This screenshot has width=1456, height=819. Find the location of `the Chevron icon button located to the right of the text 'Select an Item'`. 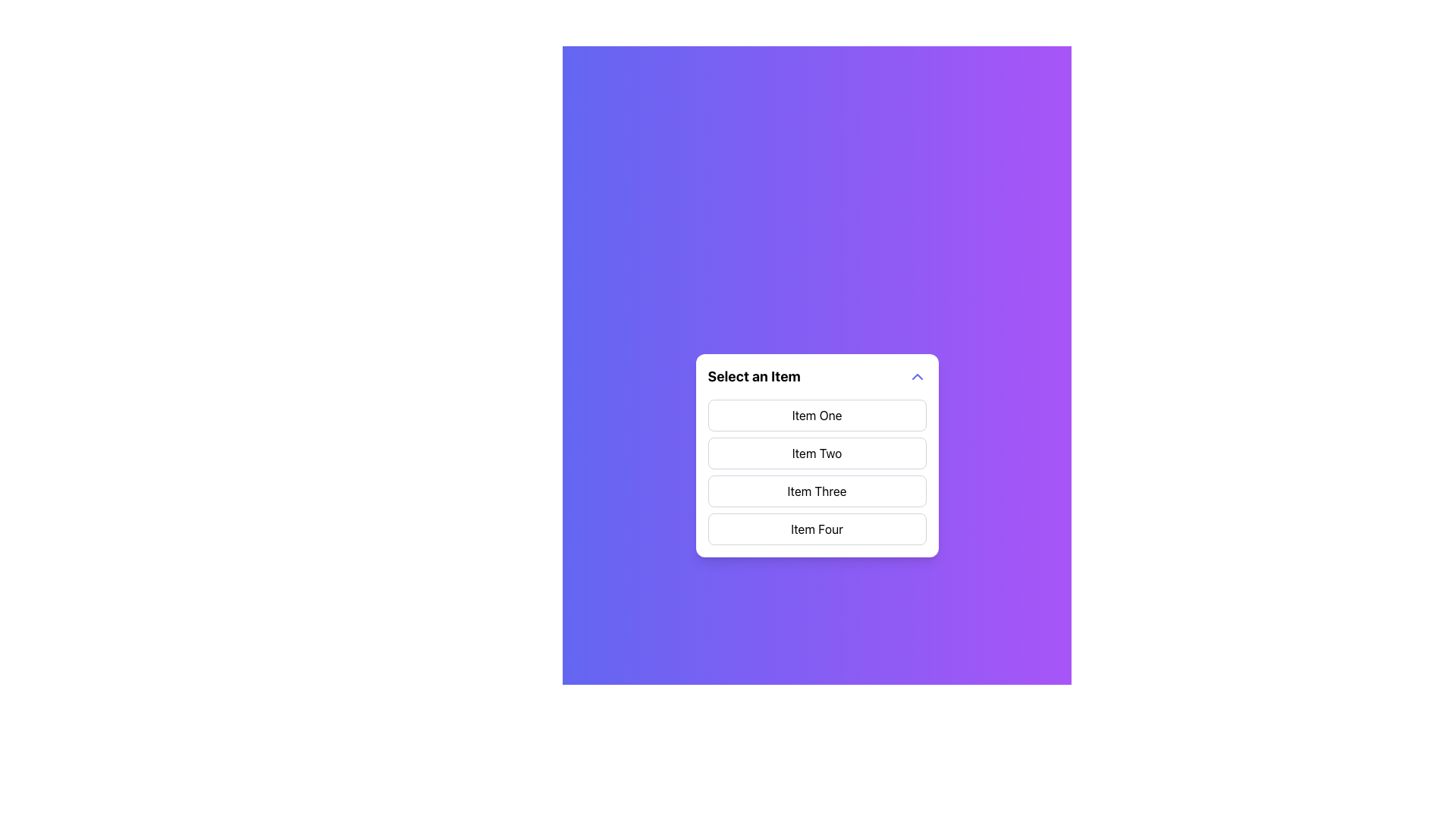

the Chevron icon button located to the right of the text 'Select an Item' is located at coordinates (916, 376).